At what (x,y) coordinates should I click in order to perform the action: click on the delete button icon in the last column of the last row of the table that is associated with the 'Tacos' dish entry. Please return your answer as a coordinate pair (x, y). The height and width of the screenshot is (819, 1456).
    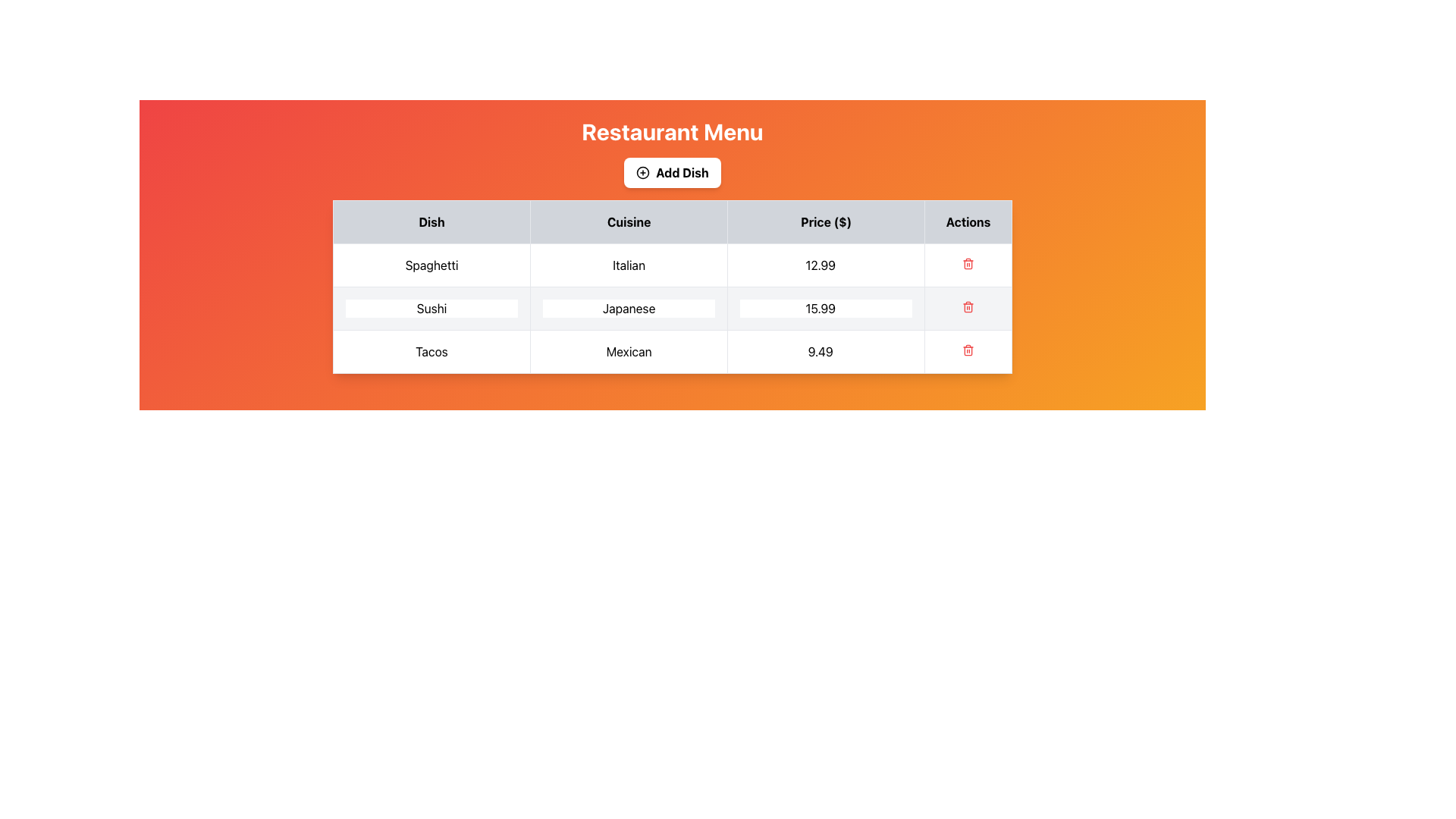
    Looking at the image, I should click on (968, 351).